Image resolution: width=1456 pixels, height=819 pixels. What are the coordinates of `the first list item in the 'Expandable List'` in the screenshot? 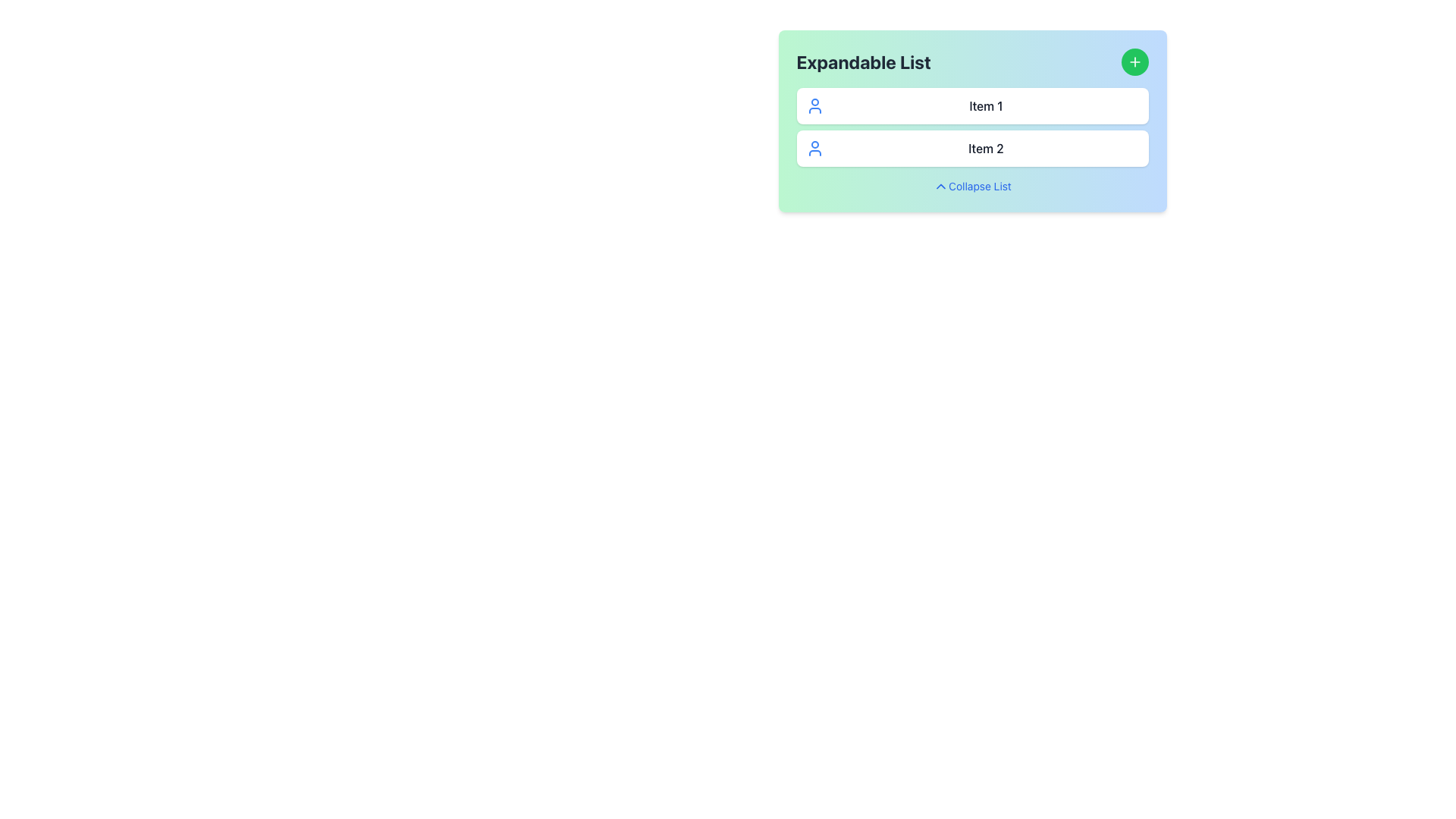 It's located at (972, 105).